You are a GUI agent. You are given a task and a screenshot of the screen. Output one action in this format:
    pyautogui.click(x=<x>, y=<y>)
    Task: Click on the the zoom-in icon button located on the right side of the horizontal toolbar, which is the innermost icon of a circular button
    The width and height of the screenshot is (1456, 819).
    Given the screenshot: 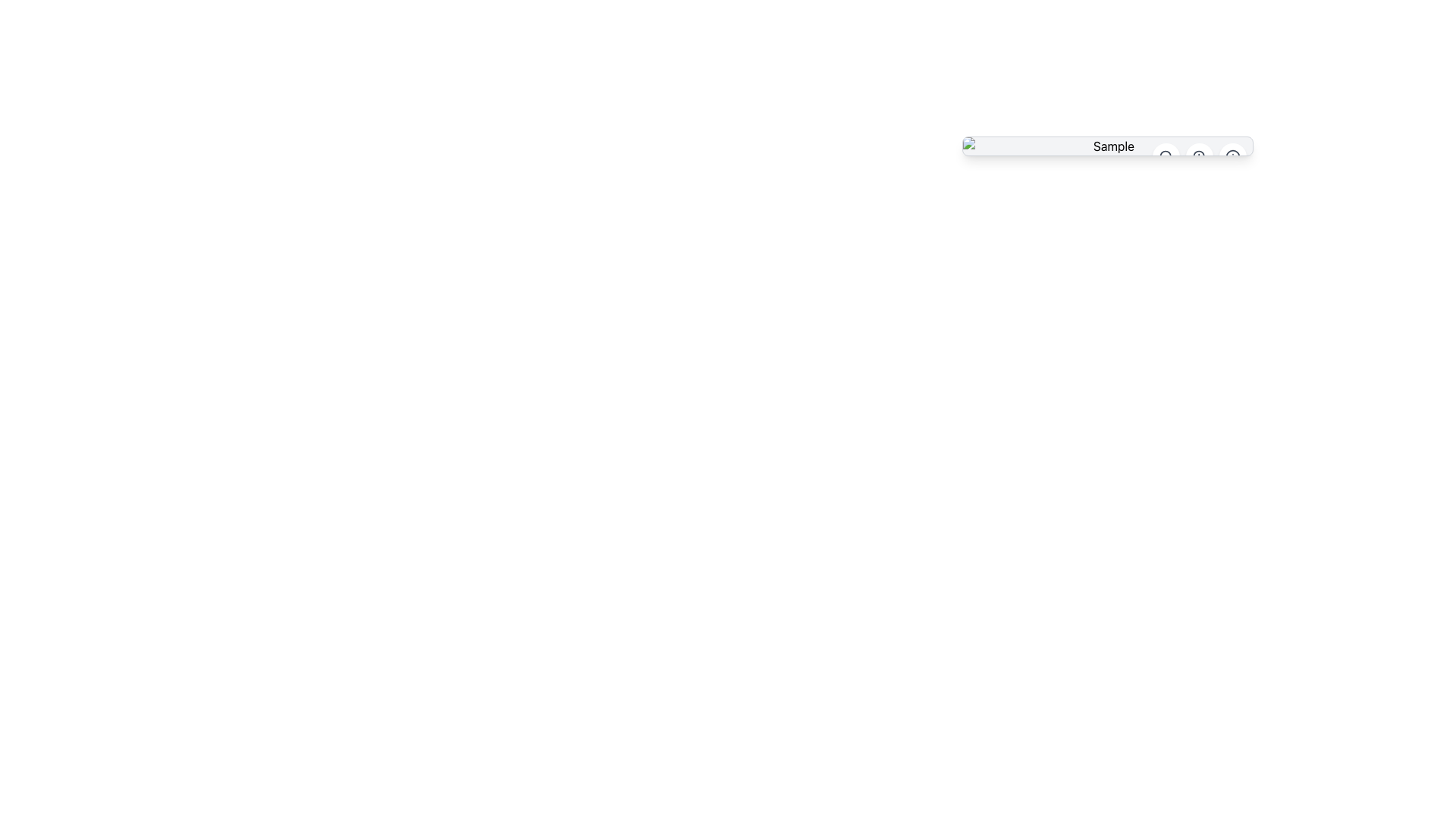 What is the action you would take?
    pyautogui.click(x=1199, y=157)
    